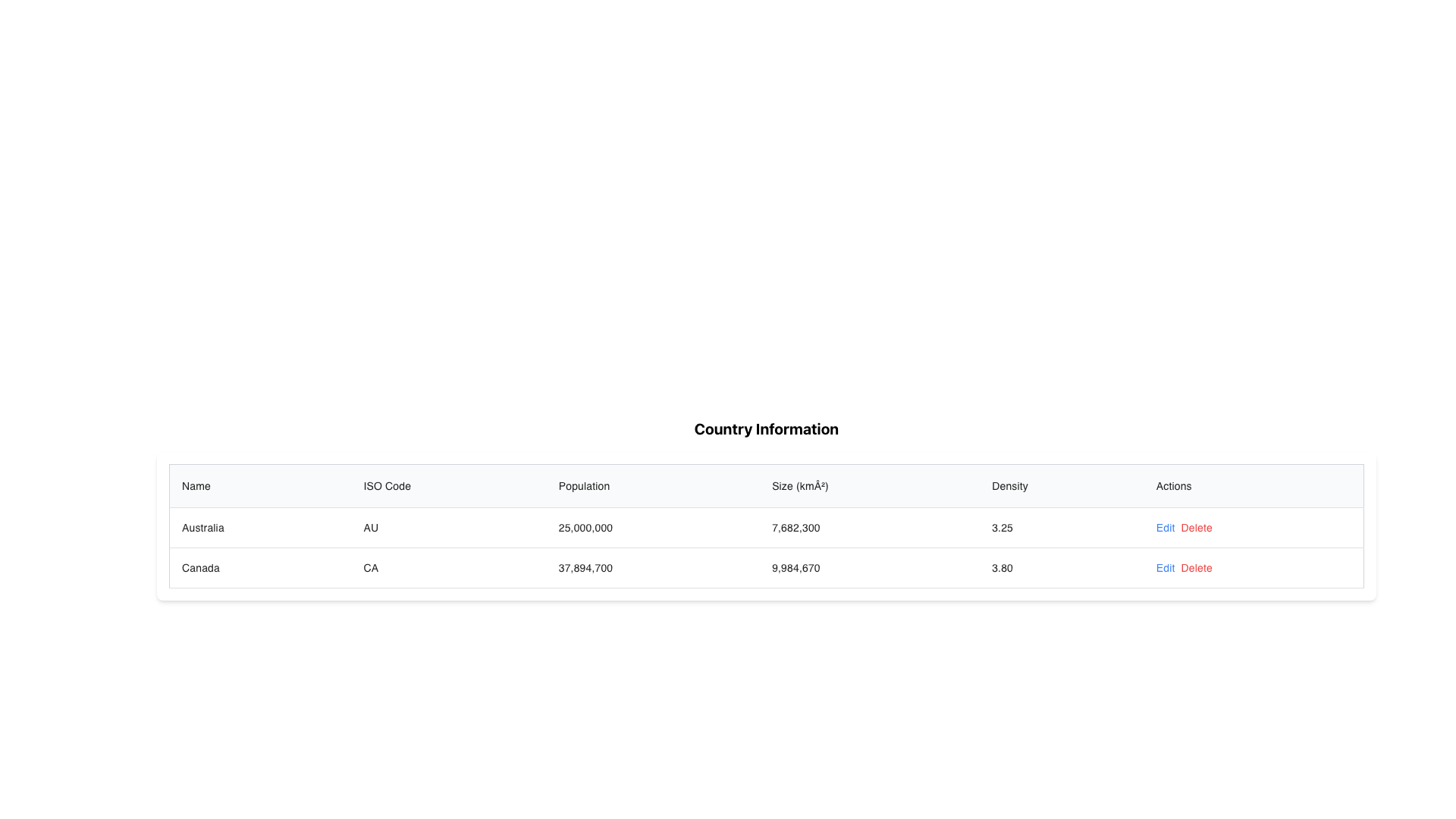  What do you see at coordinates (260, 527) in the screenshot?
I see `table cell displaying the name 'Australia', which is the first cell in the row under the 'Name' column` at bounding box center [260, 527].